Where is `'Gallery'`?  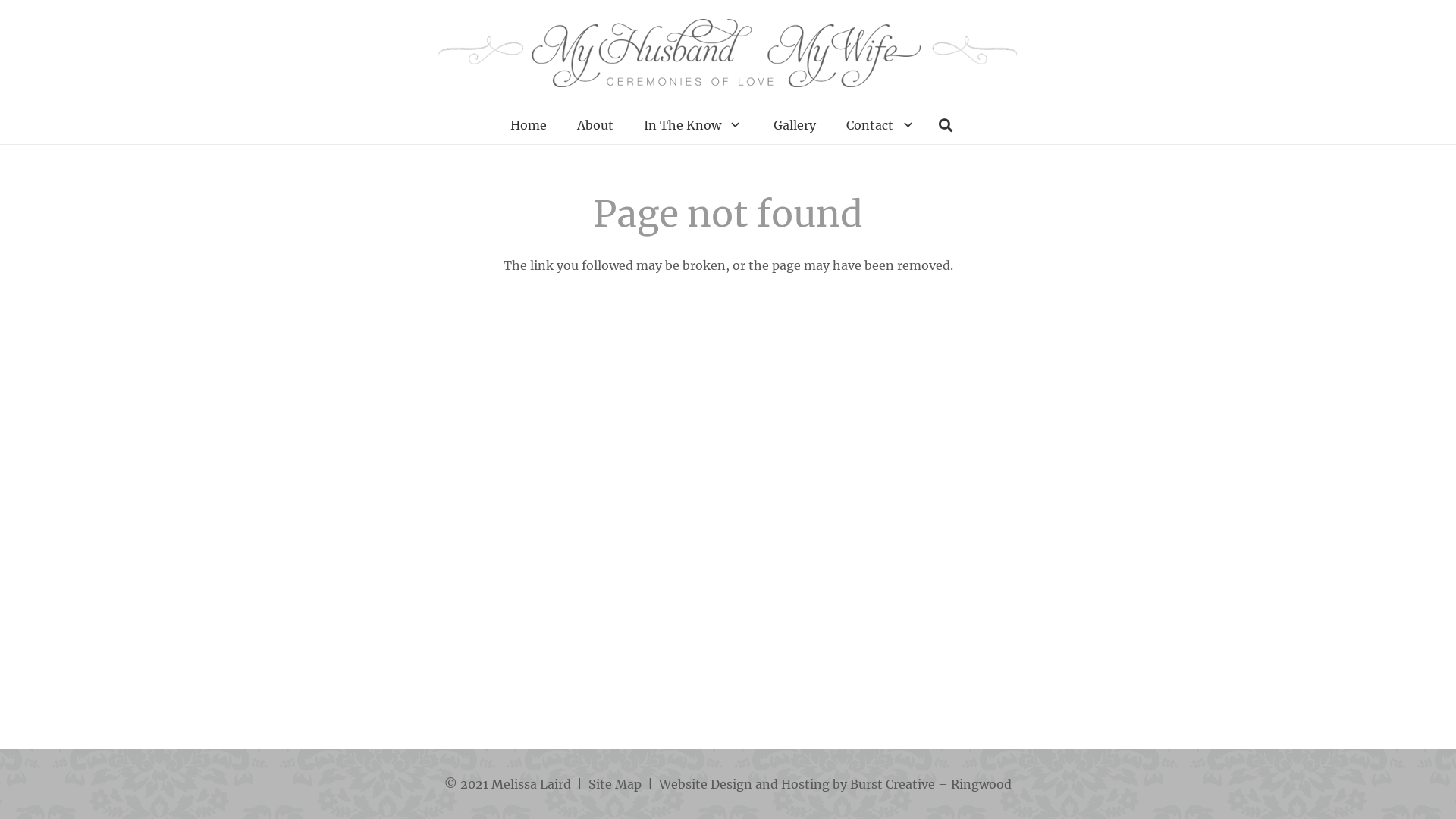 'Gallery' is located at coordinates (793, 124).